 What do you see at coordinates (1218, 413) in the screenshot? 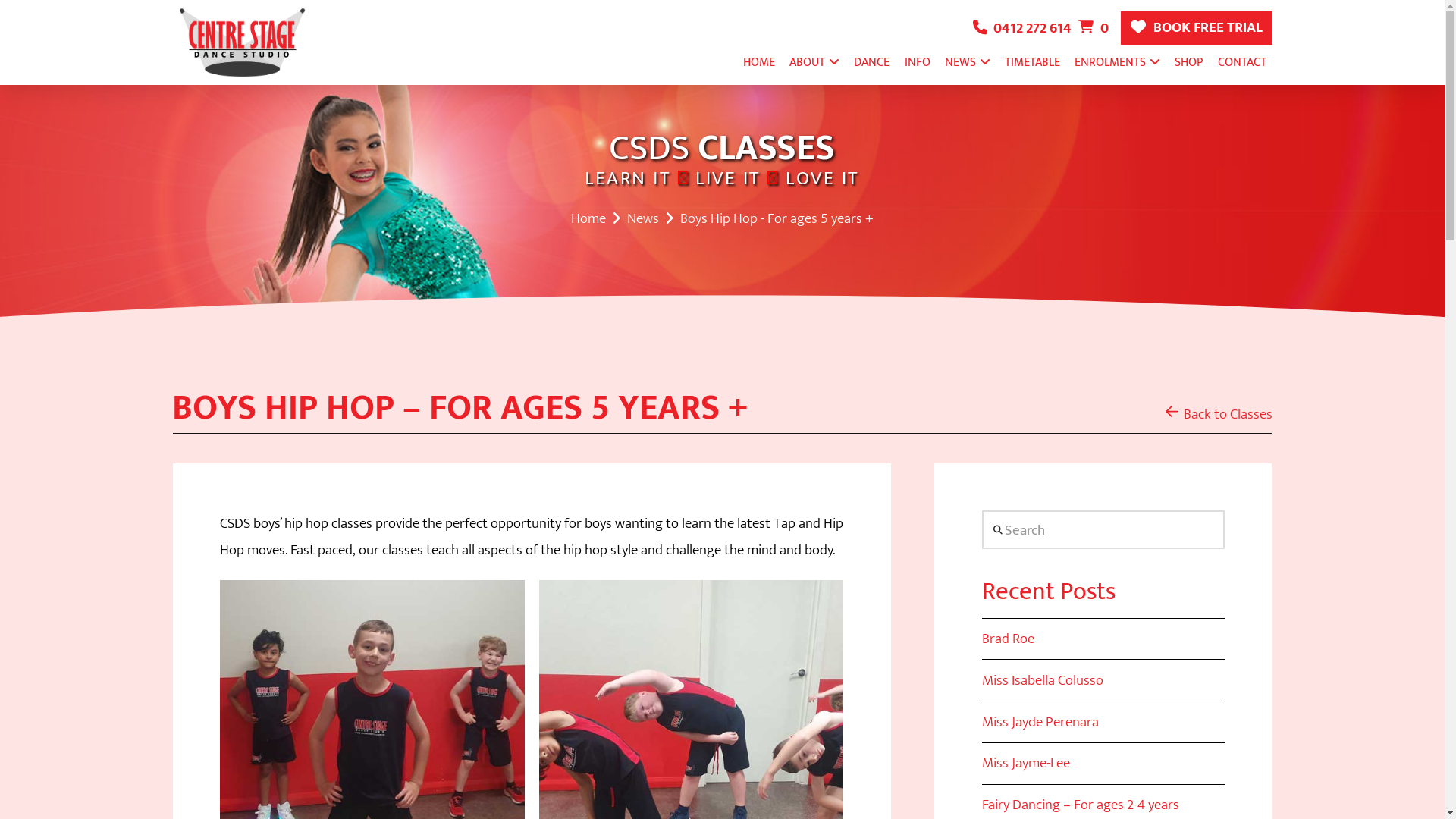
I see `'Back to Classes'` at bounding box center [1218, 413].